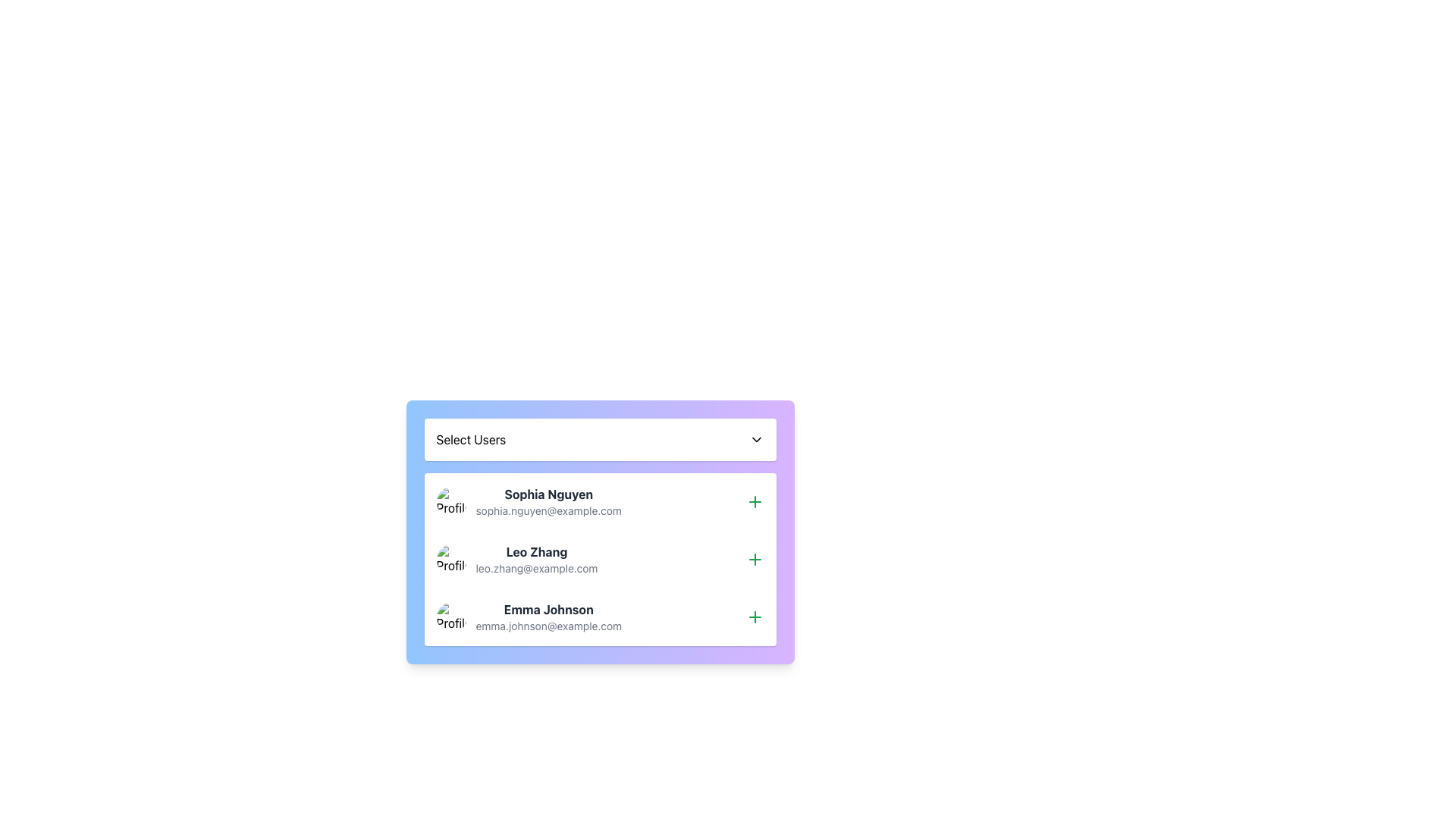  What do you see at coordinates (755, 559) in the screenshot?
I see `the plus icon button located at the rightmost end of the 'Leo Zhang' list item to initiate an action related to the user` at bounding box center [755, 559].